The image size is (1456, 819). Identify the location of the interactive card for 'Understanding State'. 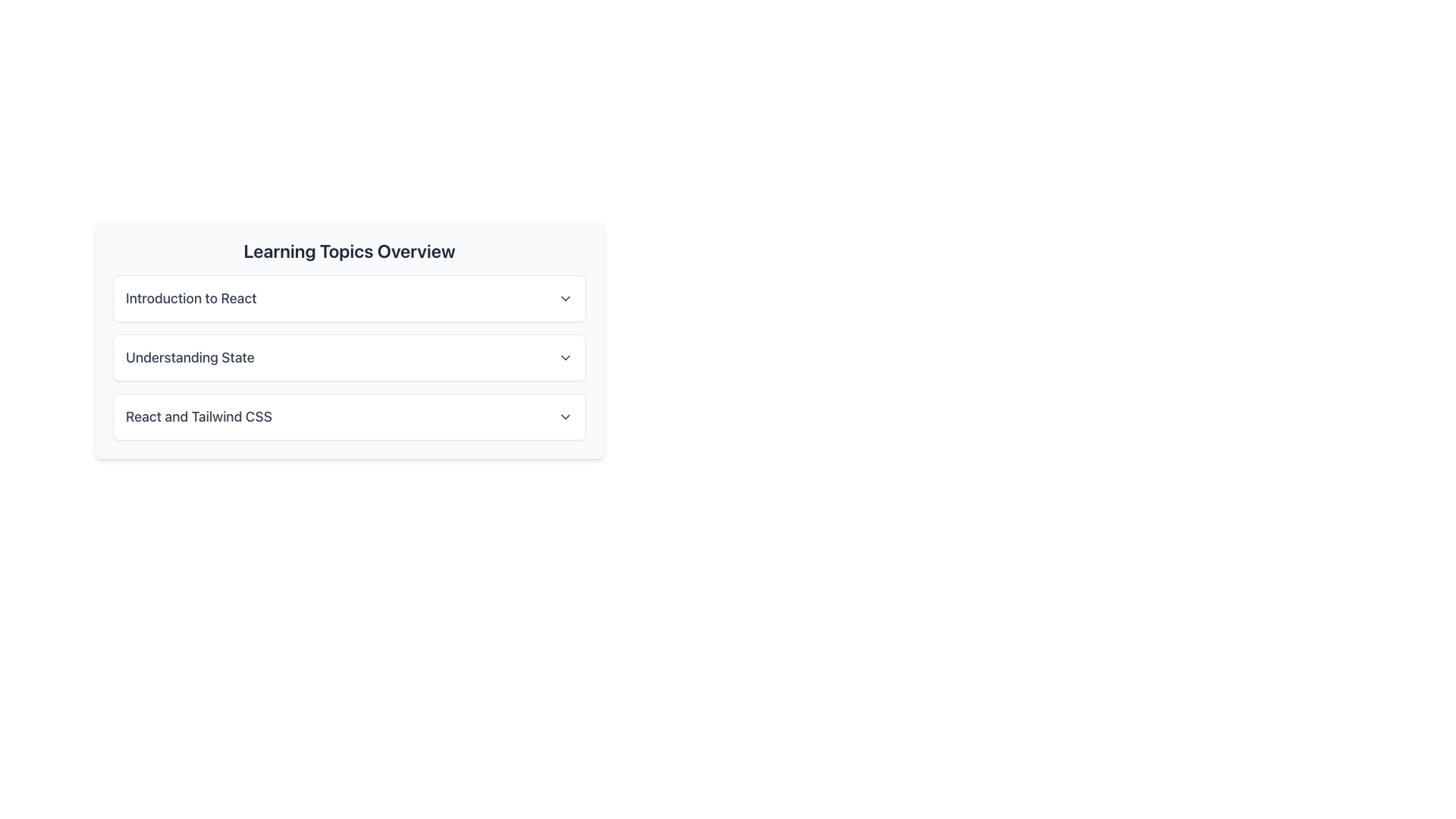
(348, 338).